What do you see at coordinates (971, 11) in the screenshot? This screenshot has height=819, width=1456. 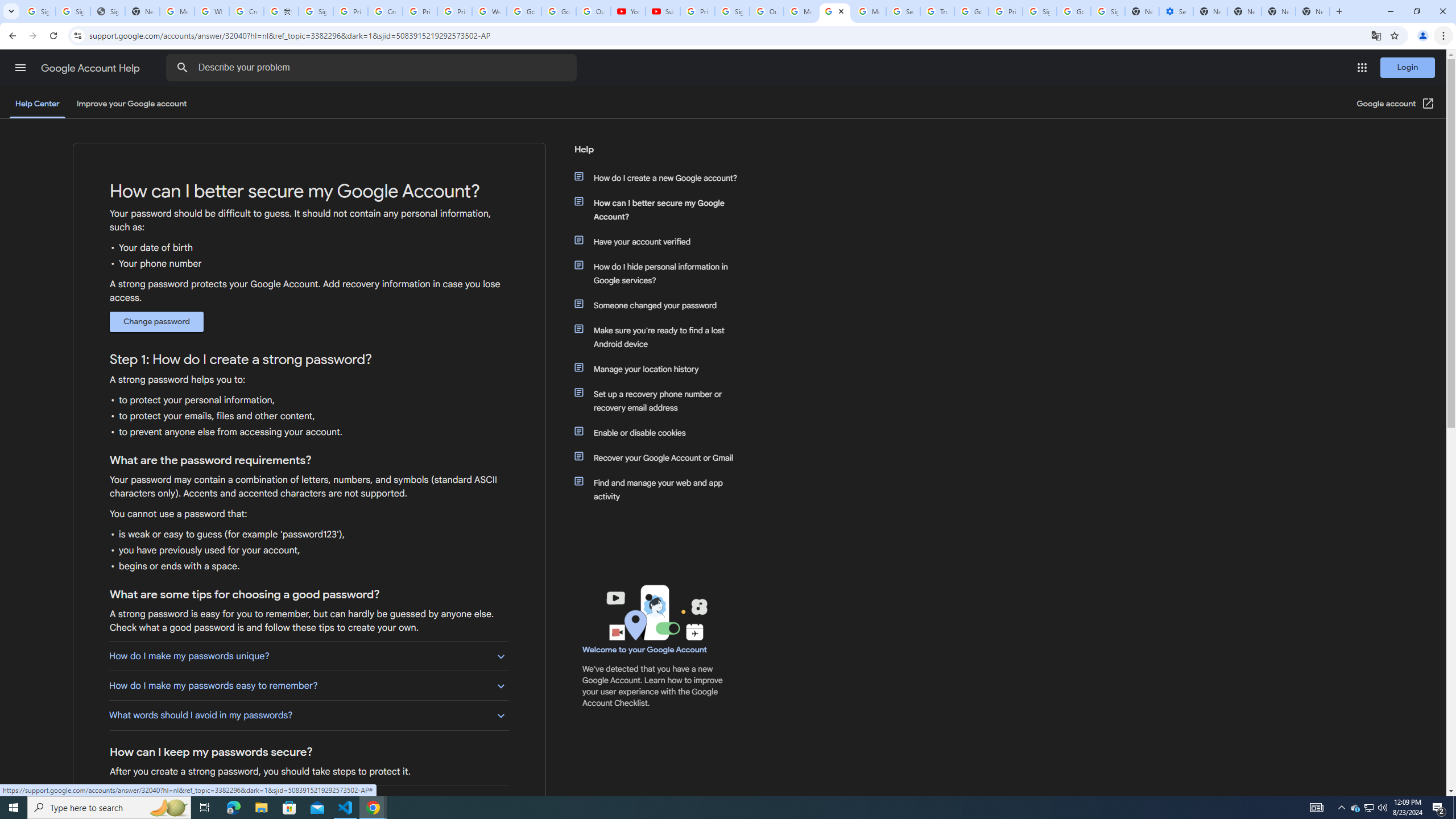 I see `'Google Ads - Sign in'` at bounding box center [971, 11].